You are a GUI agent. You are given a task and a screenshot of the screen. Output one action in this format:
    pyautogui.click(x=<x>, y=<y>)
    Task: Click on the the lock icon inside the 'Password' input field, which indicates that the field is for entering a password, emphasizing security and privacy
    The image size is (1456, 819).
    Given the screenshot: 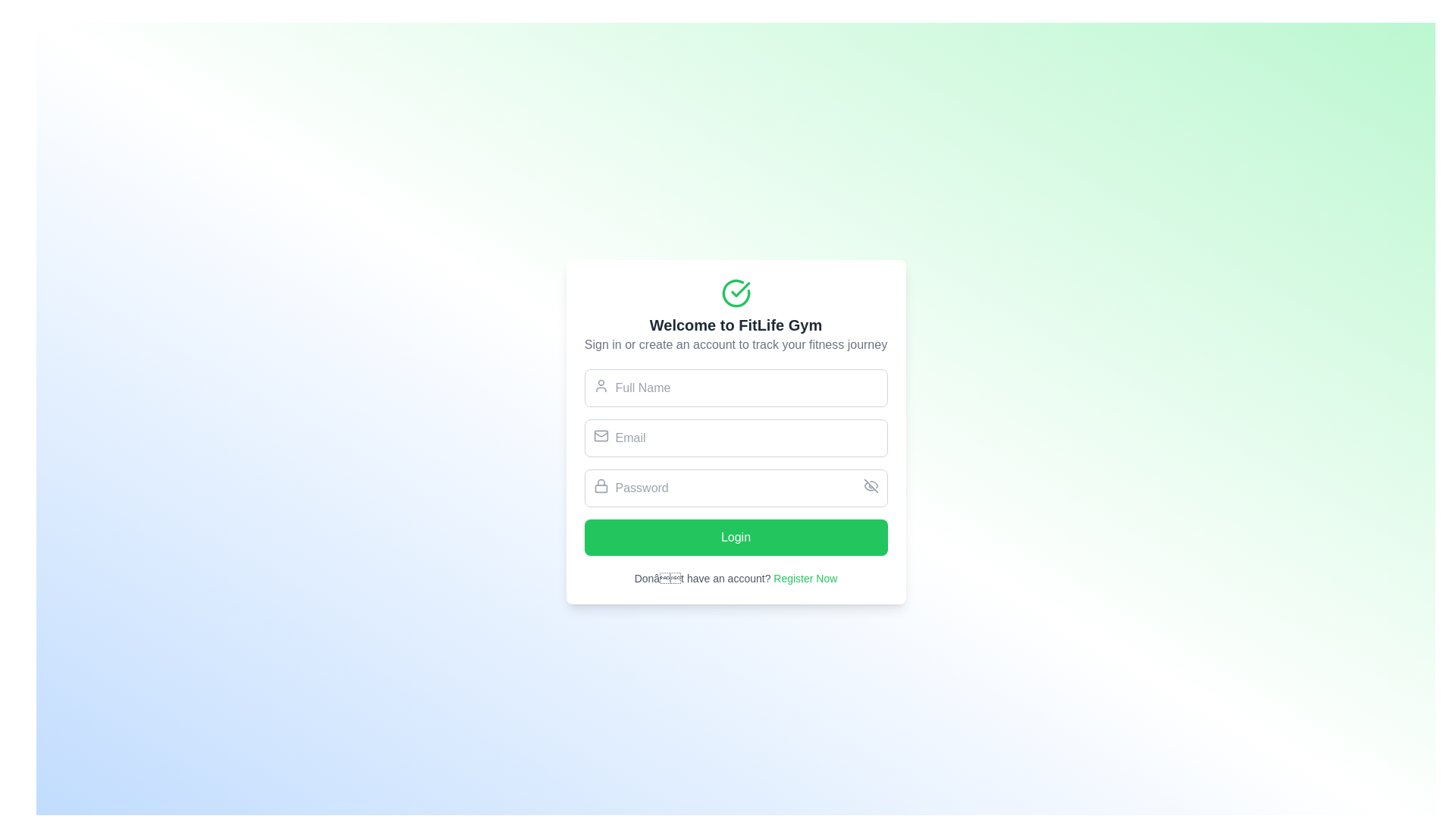 What is the action you would take?
    pyautogui.click(x=600, y=485)
    